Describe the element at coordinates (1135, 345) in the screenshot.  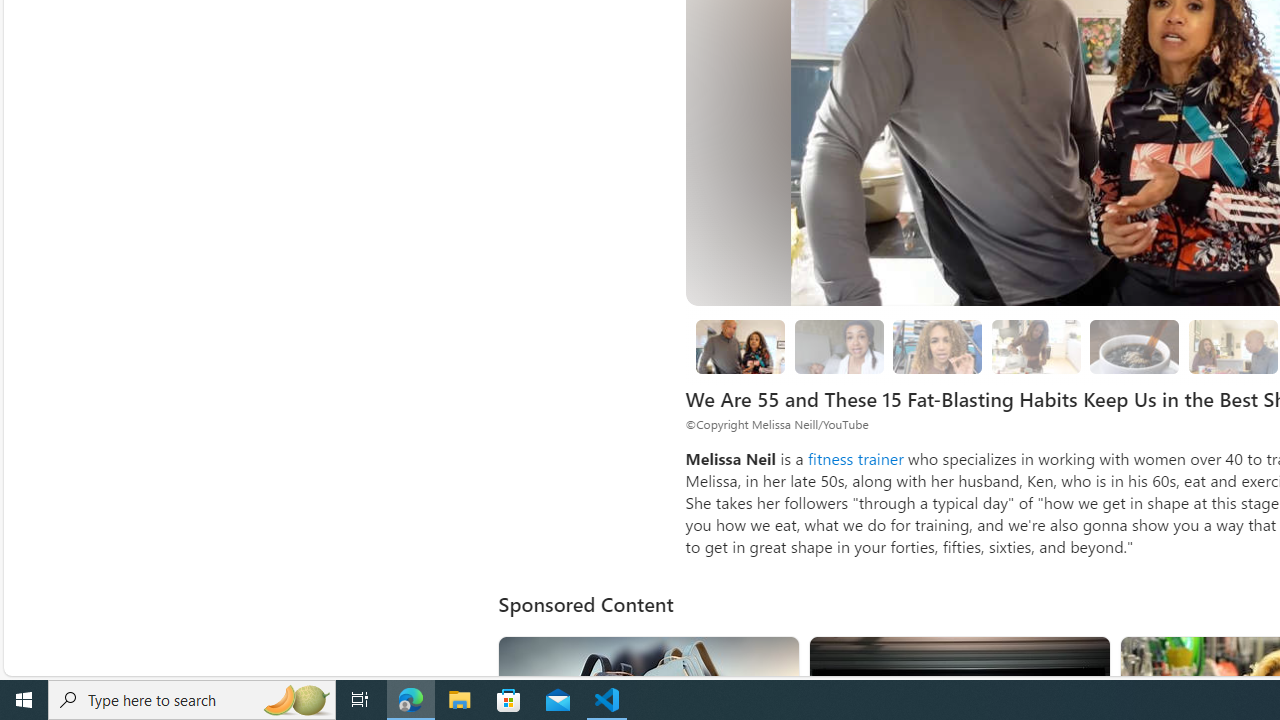
I see `'8 Be Mindful of Coffee'` at that location.